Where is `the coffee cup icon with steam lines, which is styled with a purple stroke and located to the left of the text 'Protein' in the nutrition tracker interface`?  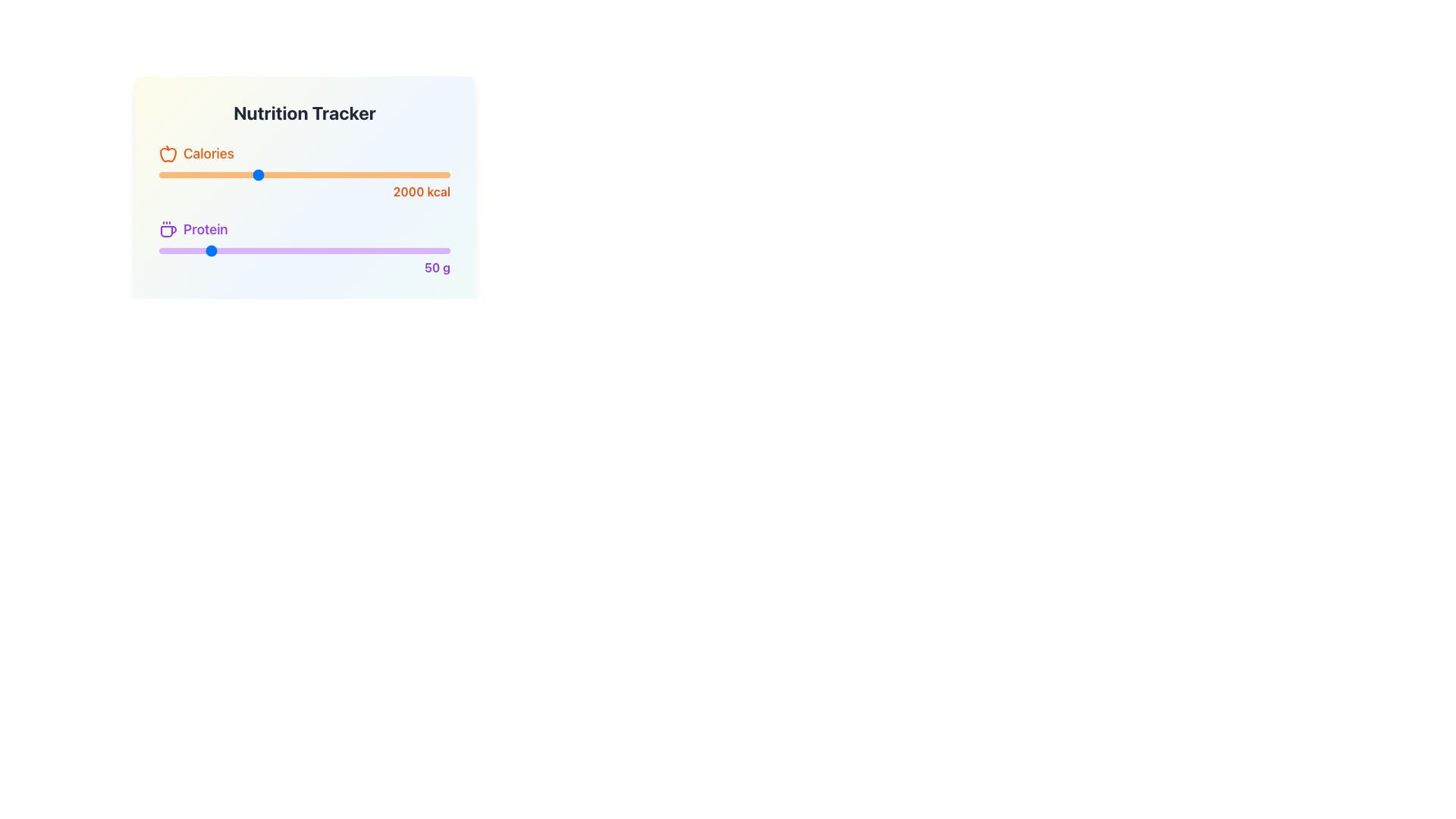
the coffee cup icon with steam lines, which is styled with a purple stroke and located to the left of the text 'Protein' in the nutrition tracker interface is located at coordinates (168, 230).